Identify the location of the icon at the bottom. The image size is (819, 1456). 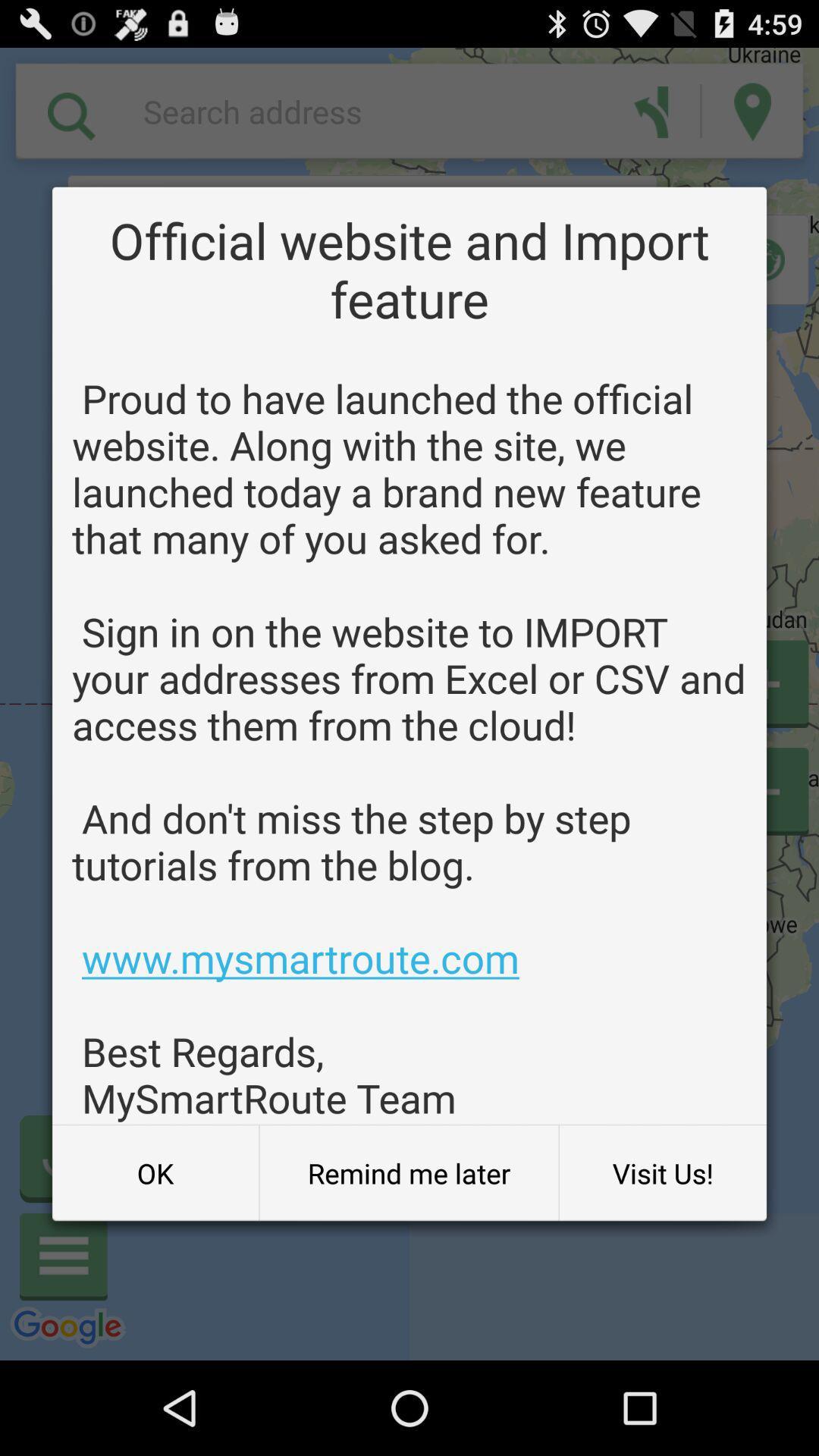
(408, 1172).